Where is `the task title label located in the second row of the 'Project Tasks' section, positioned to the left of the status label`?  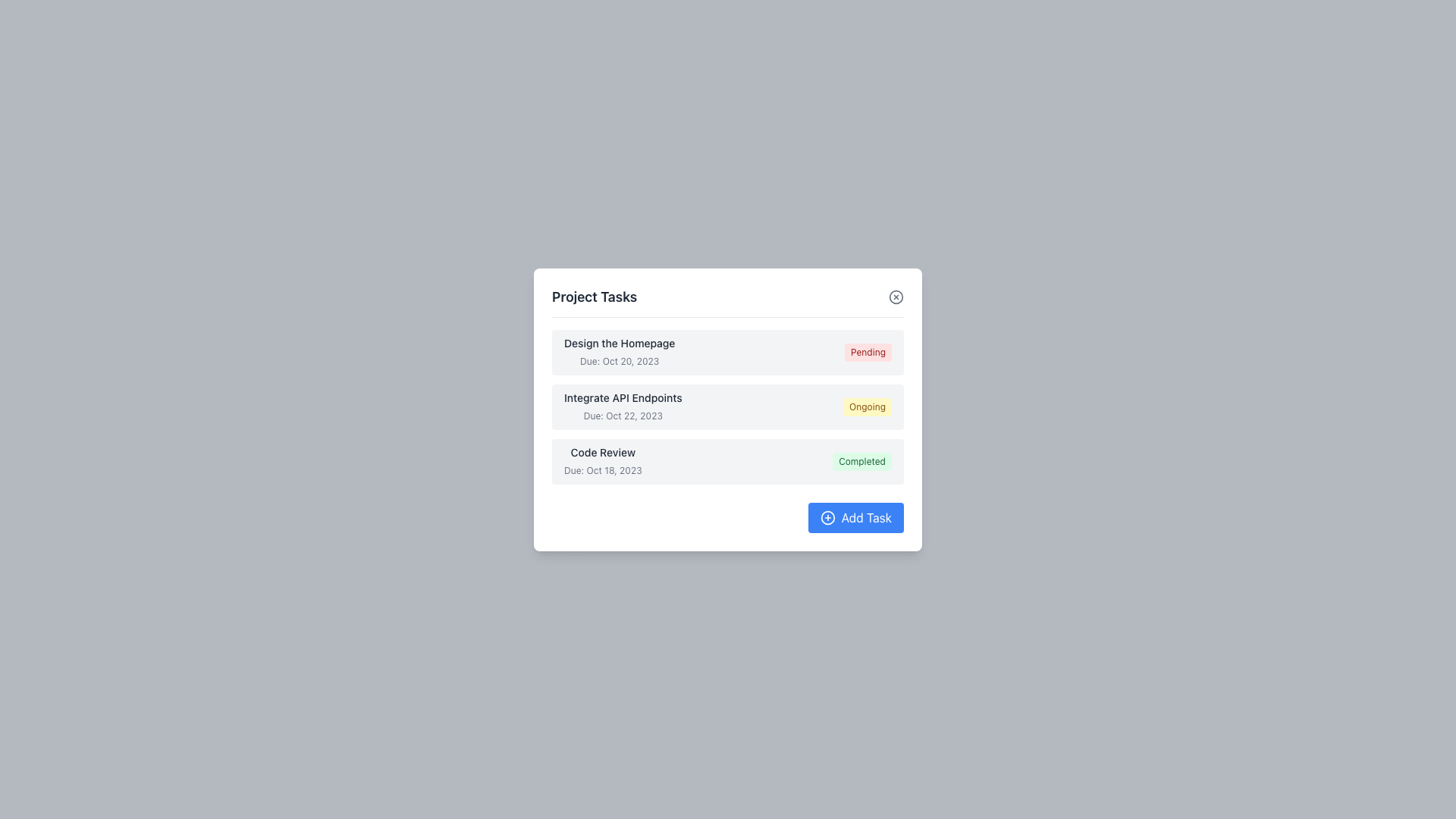 the task title label located in the second row of the 'Project Tasks' section, positioned to the left of the status label is located at coordinates (623, 397).